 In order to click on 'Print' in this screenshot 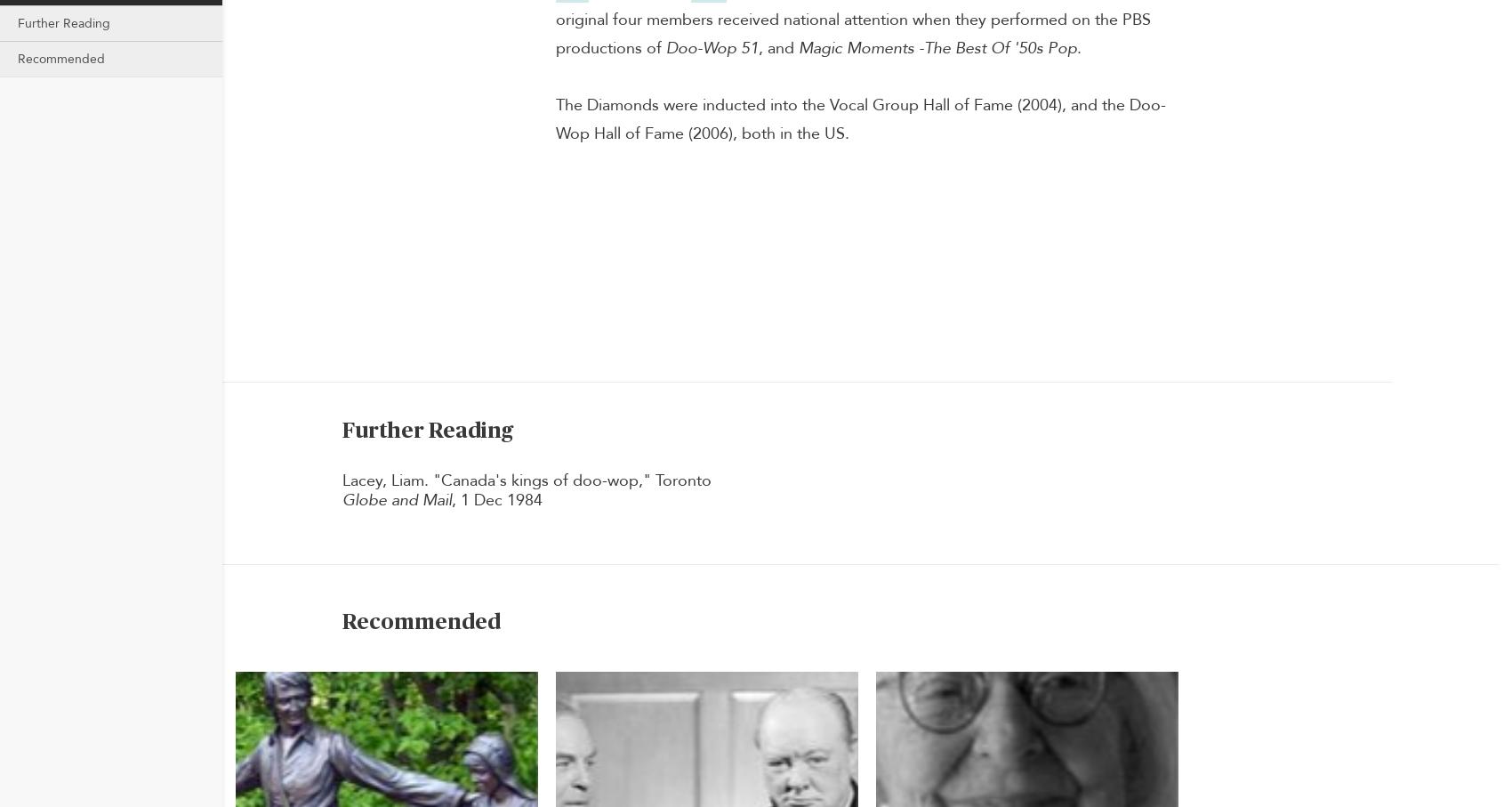, I will do `click(1442, 142)`.